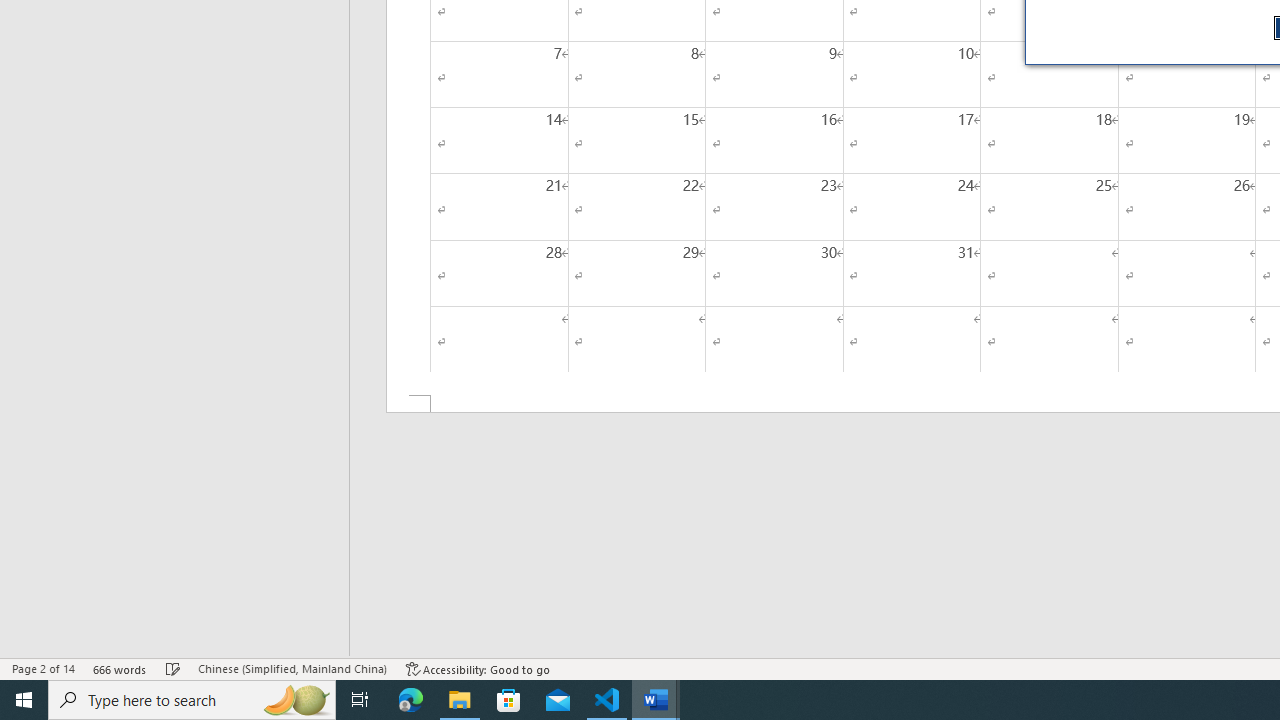 The height and width of the screenshot is (720, 1280). Describe the element at coordinates (294, 698) in the screenshot. I see `'Search highlights icon opens search home window'` at that location.